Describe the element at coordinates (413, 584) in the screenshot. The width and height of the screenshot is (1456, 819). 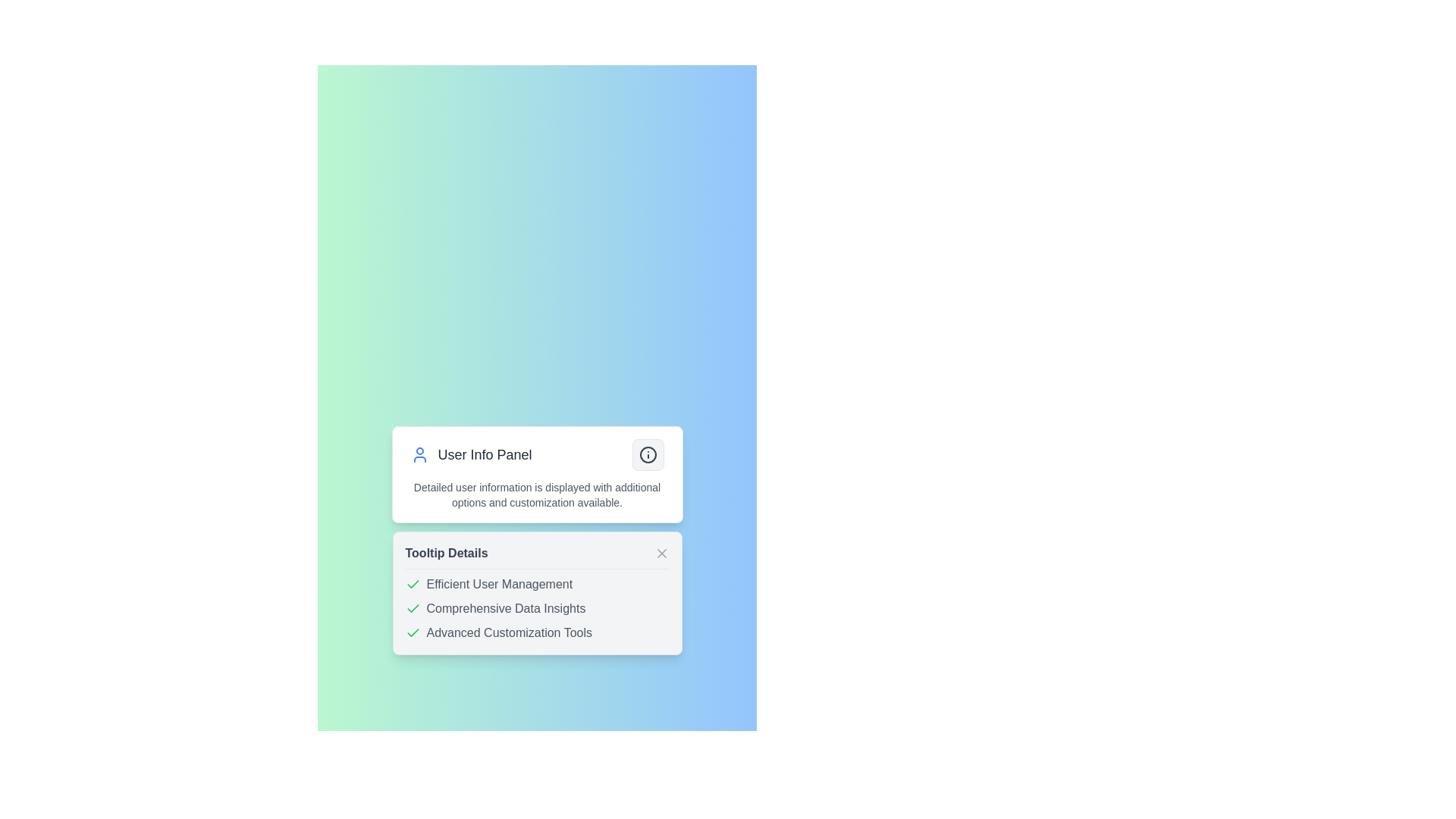
I see `the checkmark icon indicating successful selection of 'Efficient User Management'` at that location.